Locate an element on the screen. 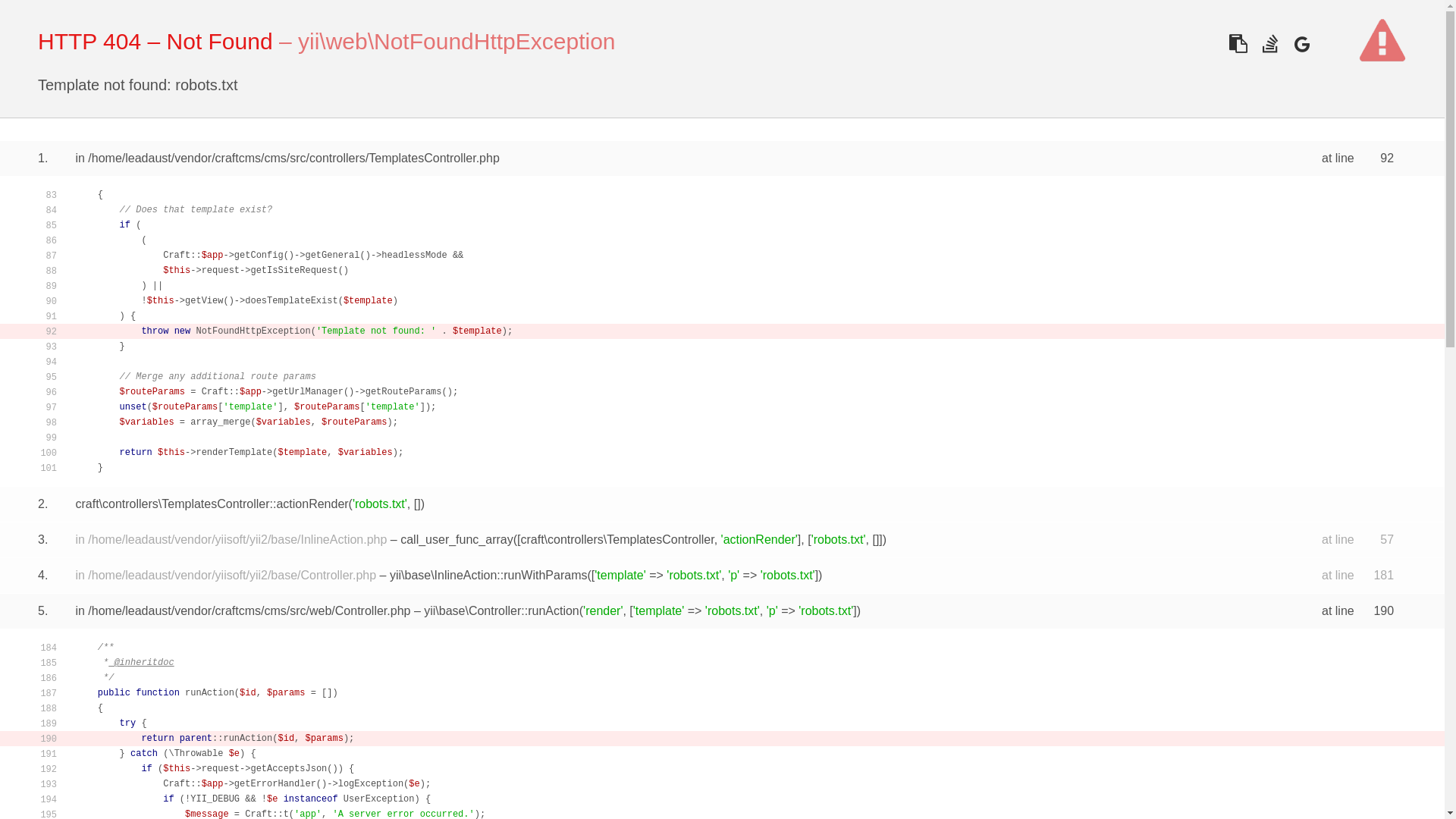 This screenshot has width=1456, height=819. 'yii\base\Controller::runAction' is located at coordinates (501, 610).